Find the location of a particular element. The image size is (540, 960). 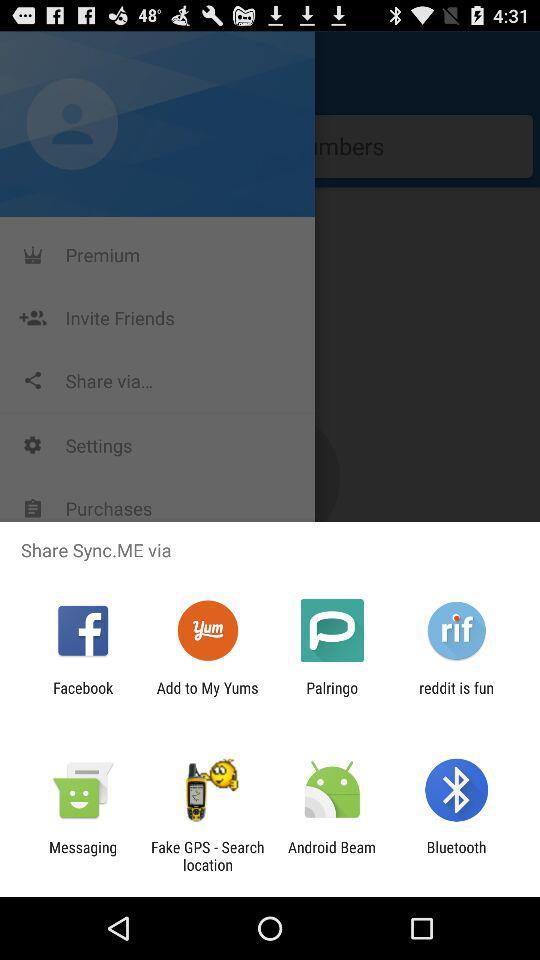

icon to the left of reddit is fun app is located at coordinates (332, 696).